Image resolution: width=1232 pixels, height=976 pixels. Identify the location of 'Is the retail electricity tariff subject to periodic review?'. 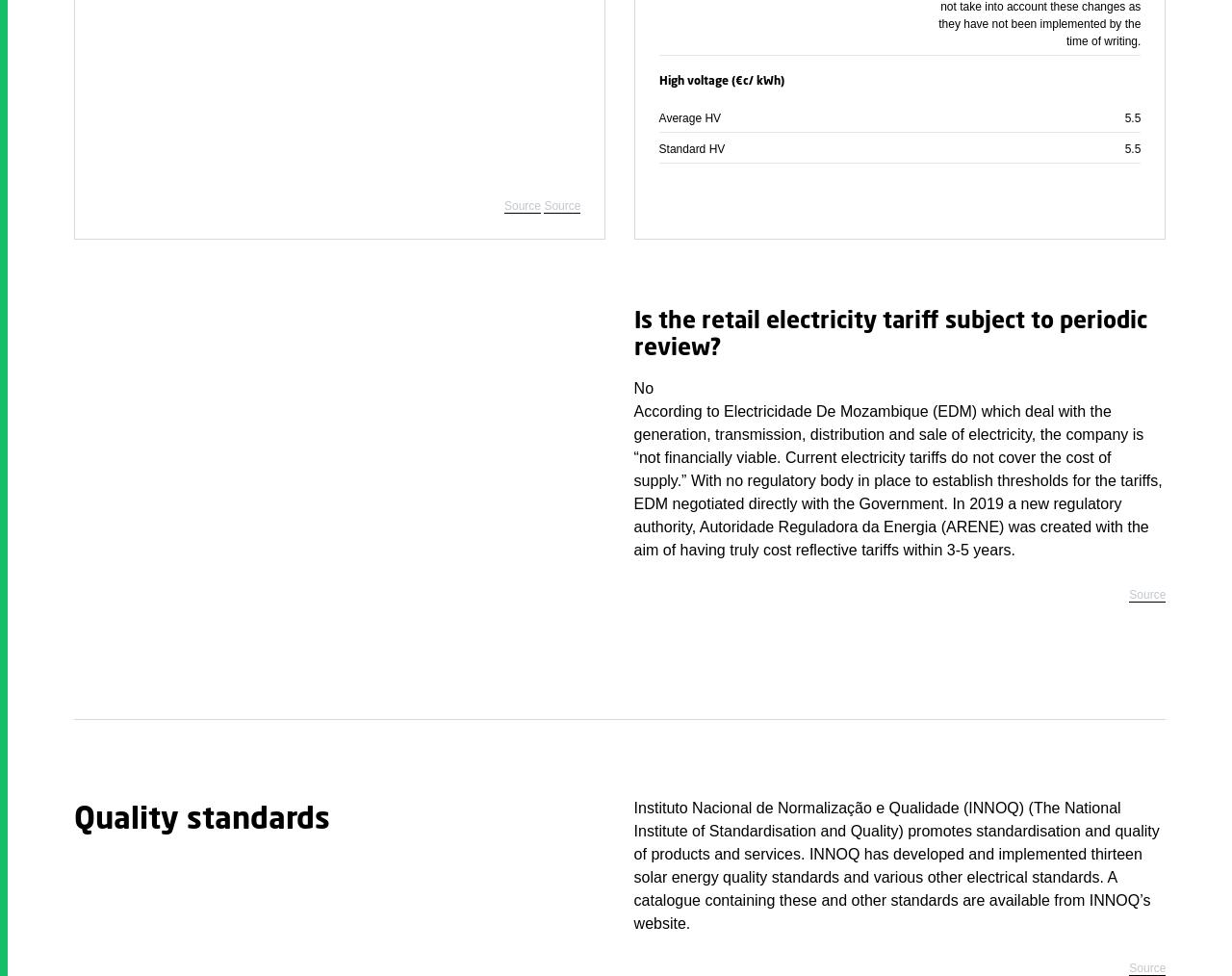
(888, 335).